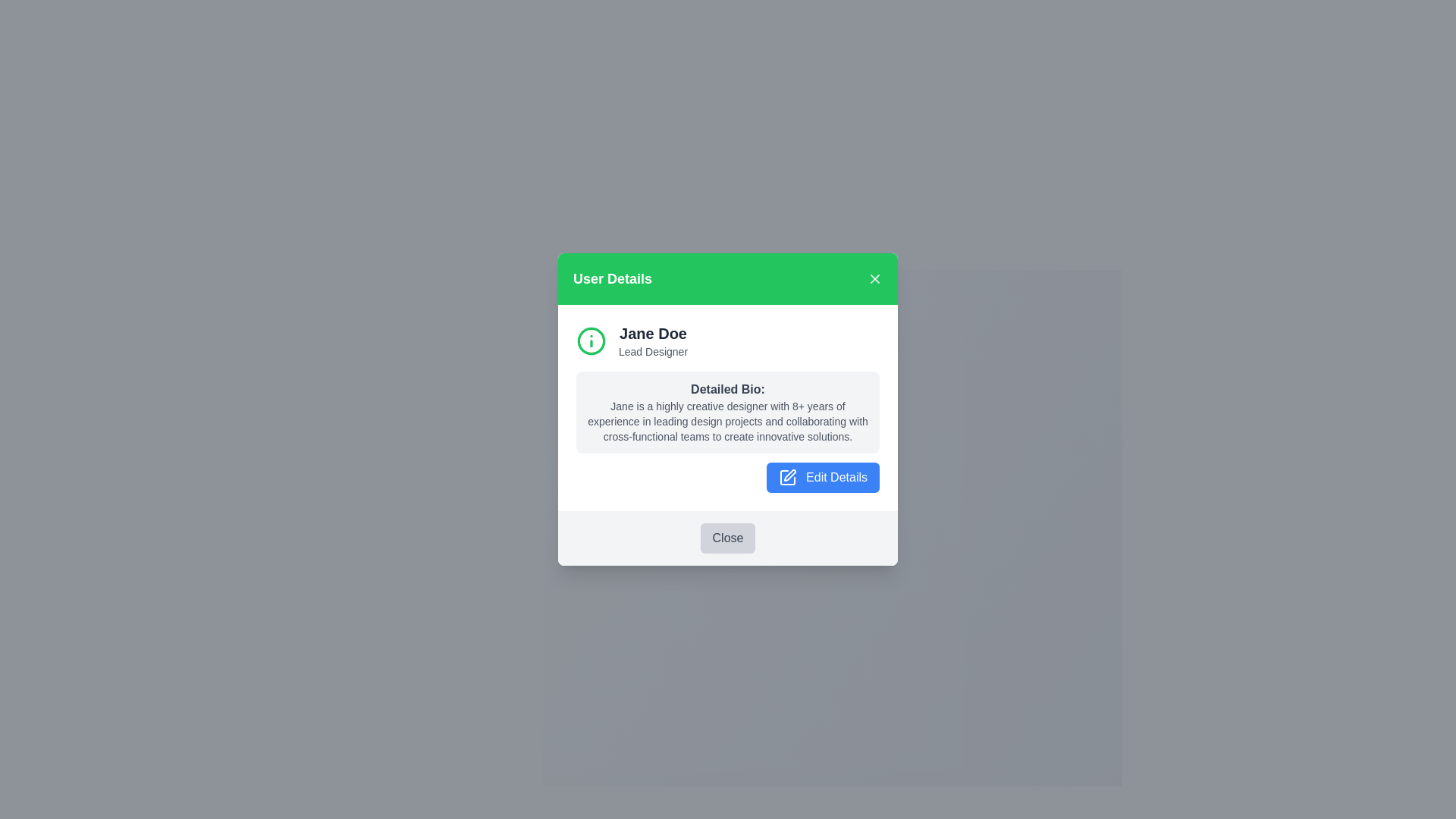 The image size is (1456, 819). What do you see at coordinates (787, 478) in the screenshot?
I see `the SVG pen icon located adjacent to the 'Edit Details' button at the center-bottom of the modal dialog` at bounding box center [787, 478].